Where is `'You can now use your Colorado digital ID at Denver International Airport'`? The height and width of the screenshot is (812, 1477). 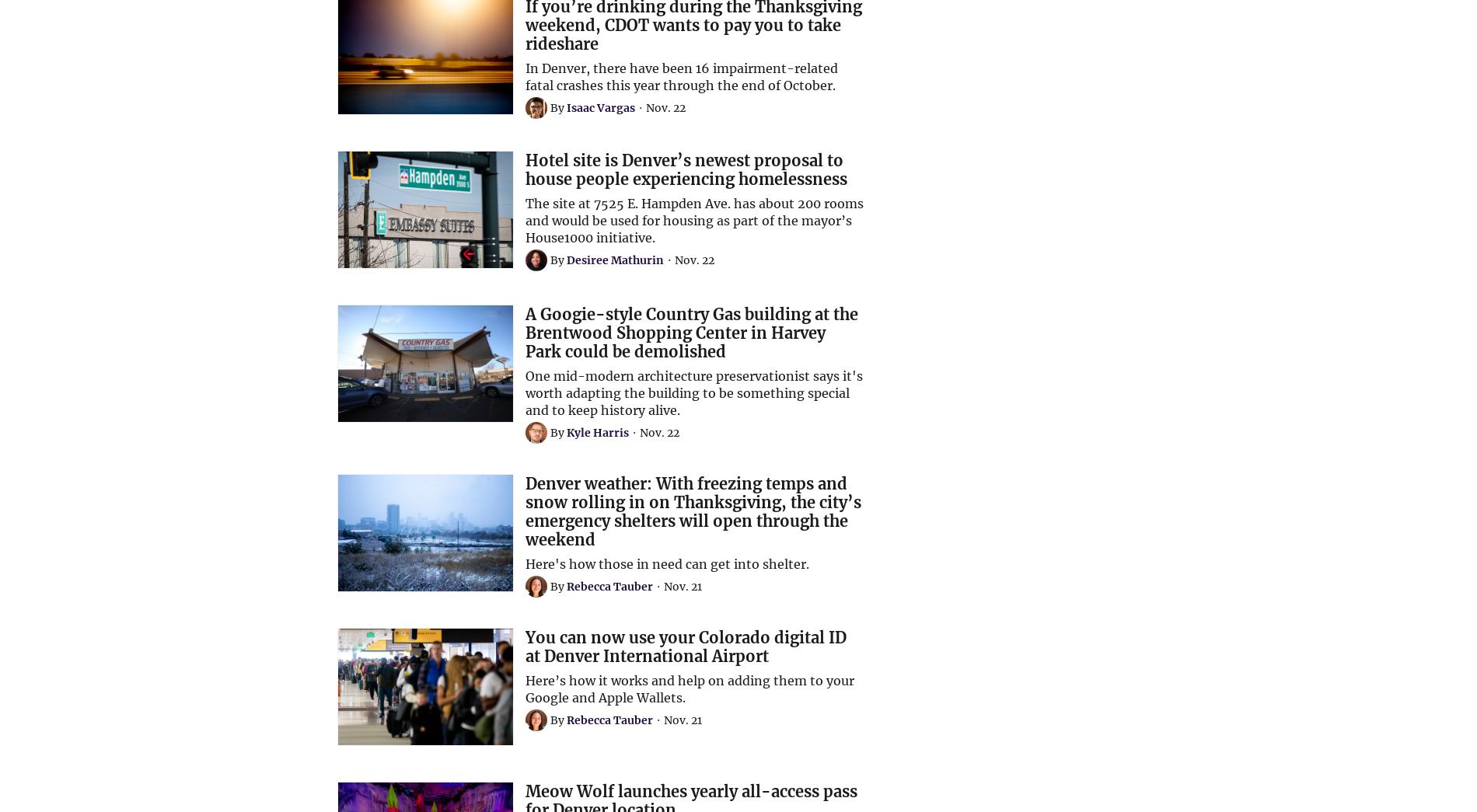 'You can now use your Colorado digital ID at Denver International Airport' is located at coordinates (685, 646).